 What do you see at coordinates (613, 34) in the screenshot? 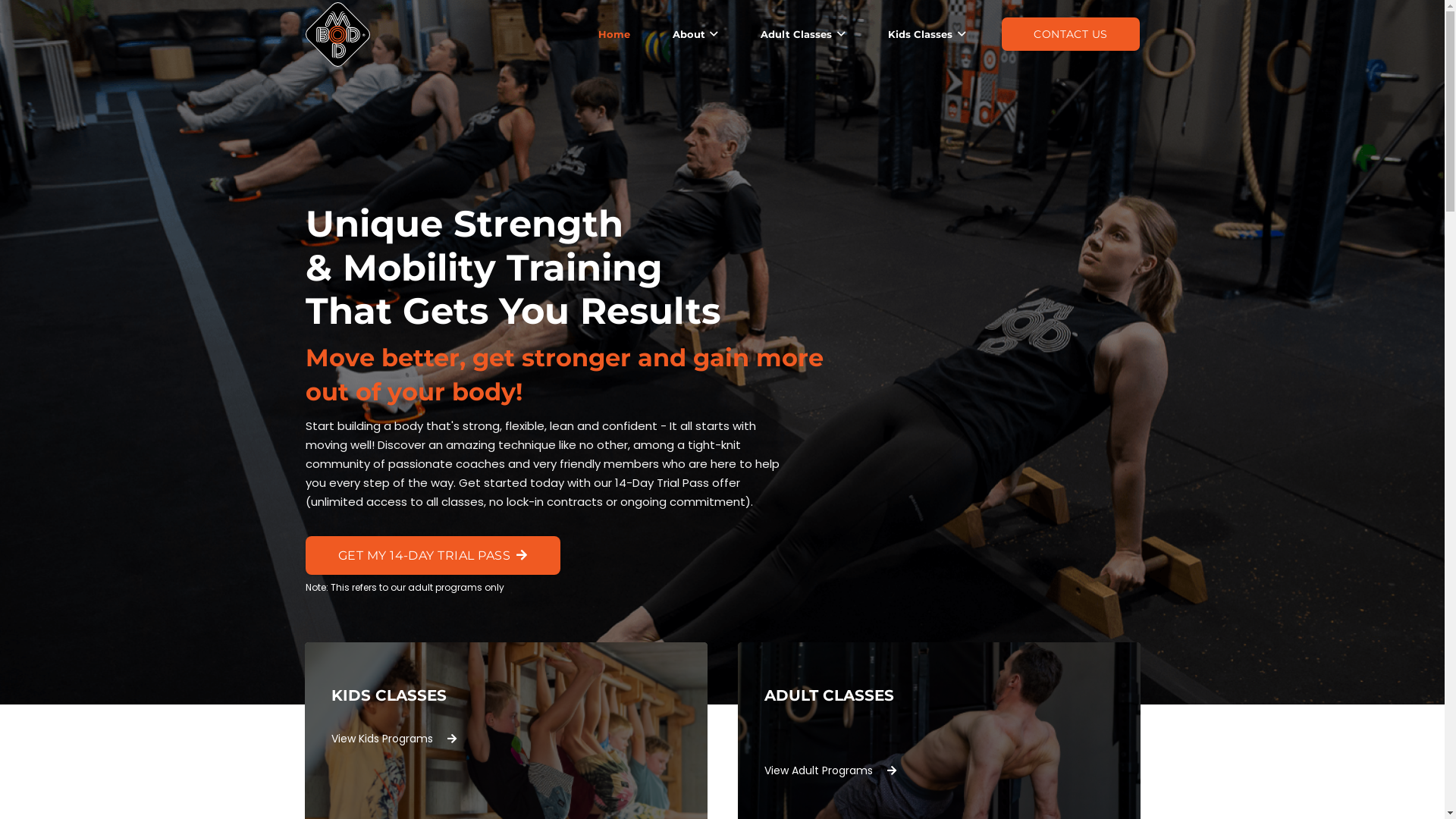
I see `'Home'` at bounding box center [613, 34].